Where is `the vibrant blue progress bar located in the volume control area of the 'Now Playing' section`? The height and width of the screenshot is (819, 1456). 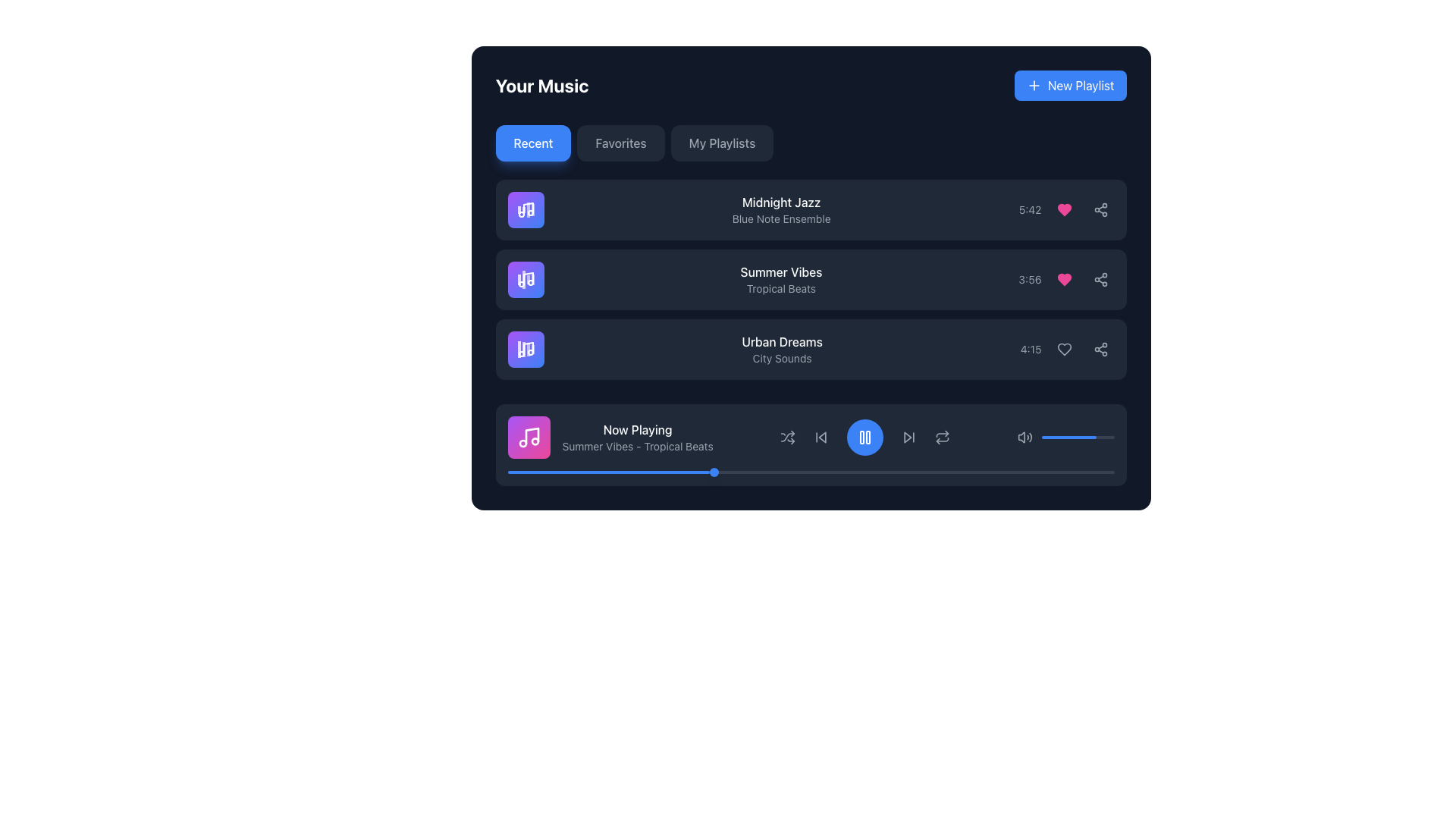
the vibrant blue progress bar located in the volume control area of the 'Now Playing' section is located at coordinates (1068, 438).